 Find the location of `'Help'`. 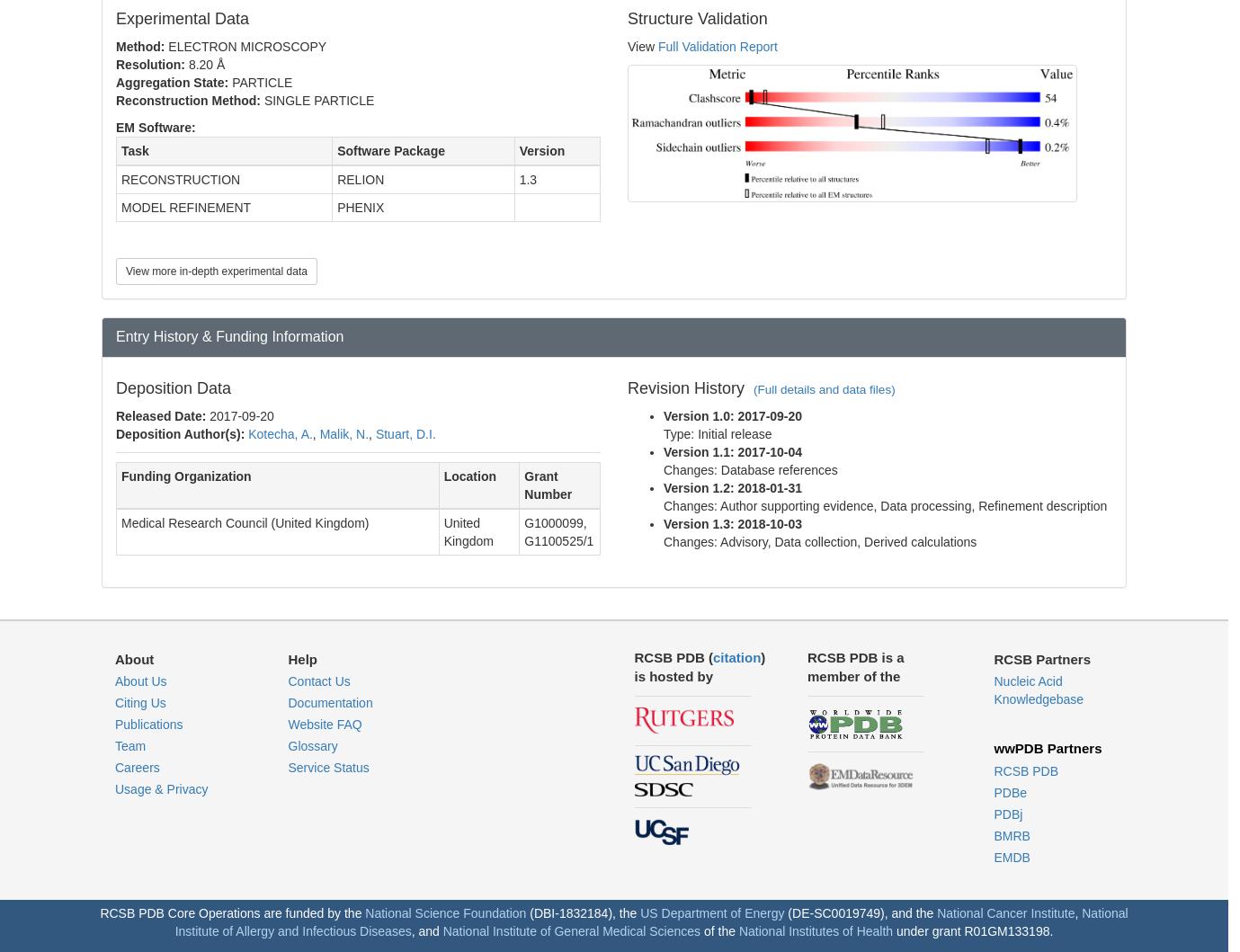

'Help' is located at coordinates (302, 658).